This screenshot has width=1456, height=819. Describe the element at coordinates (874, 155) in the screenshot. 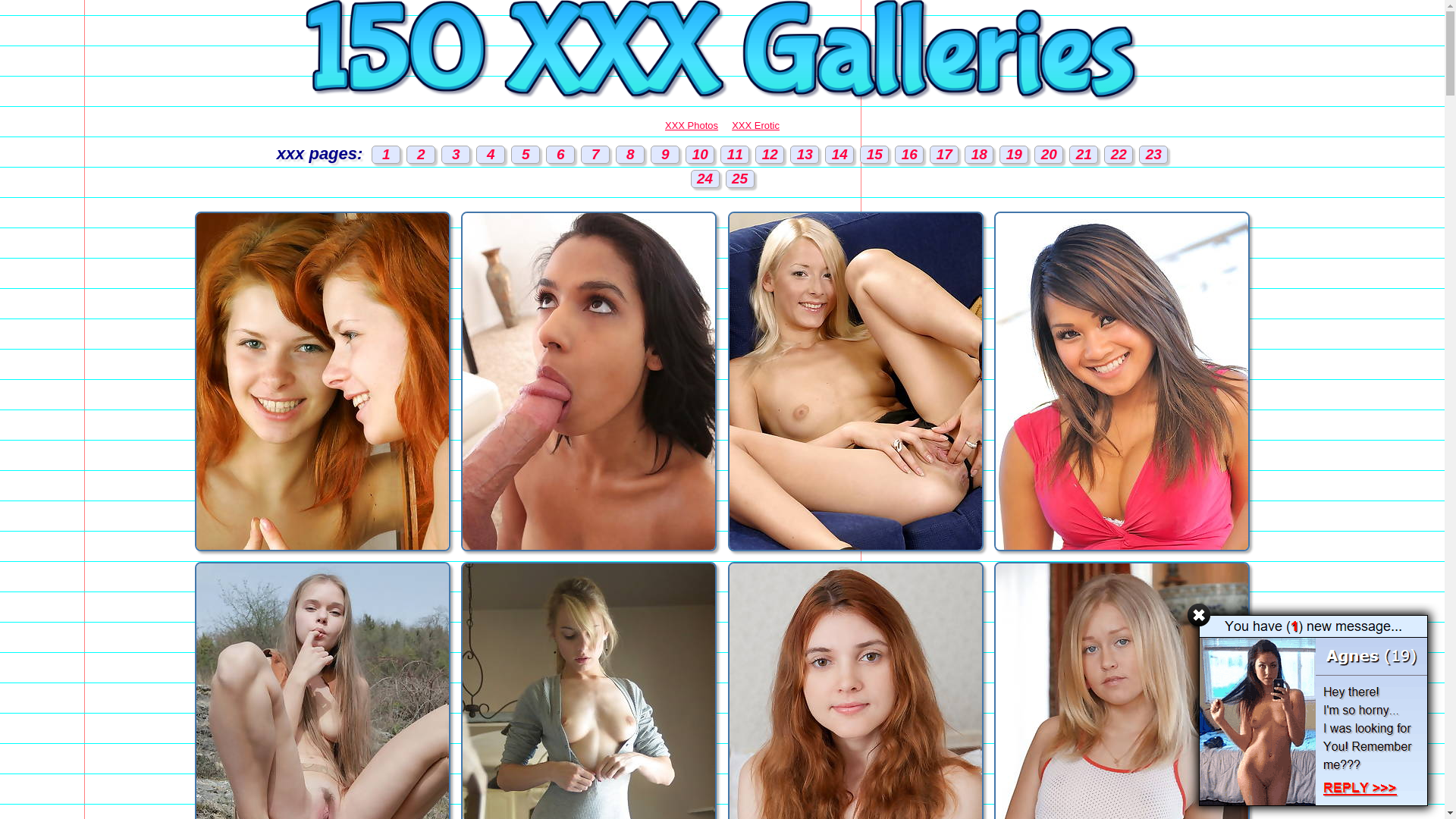

I see `'15'` at that location.